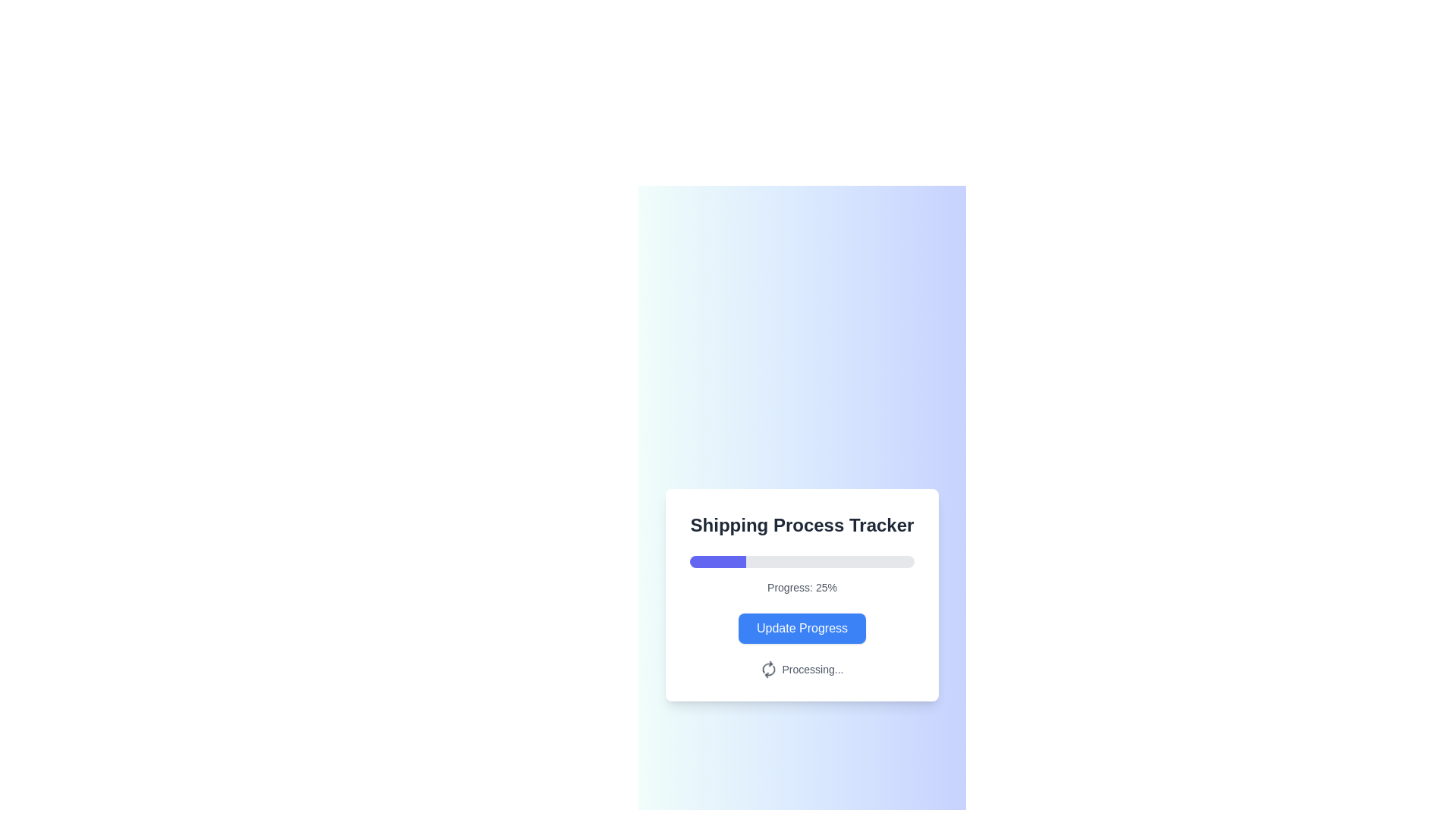 Image resolution: width=1456 pixels, height=819 pixels. Describe the element at coordinates (801, 587) in the screenshot. I see `the text label displaying 'Progress: 25%' which indicates the progress of a task, located below the progress bar and above the 'Update Progress' button` at that location.